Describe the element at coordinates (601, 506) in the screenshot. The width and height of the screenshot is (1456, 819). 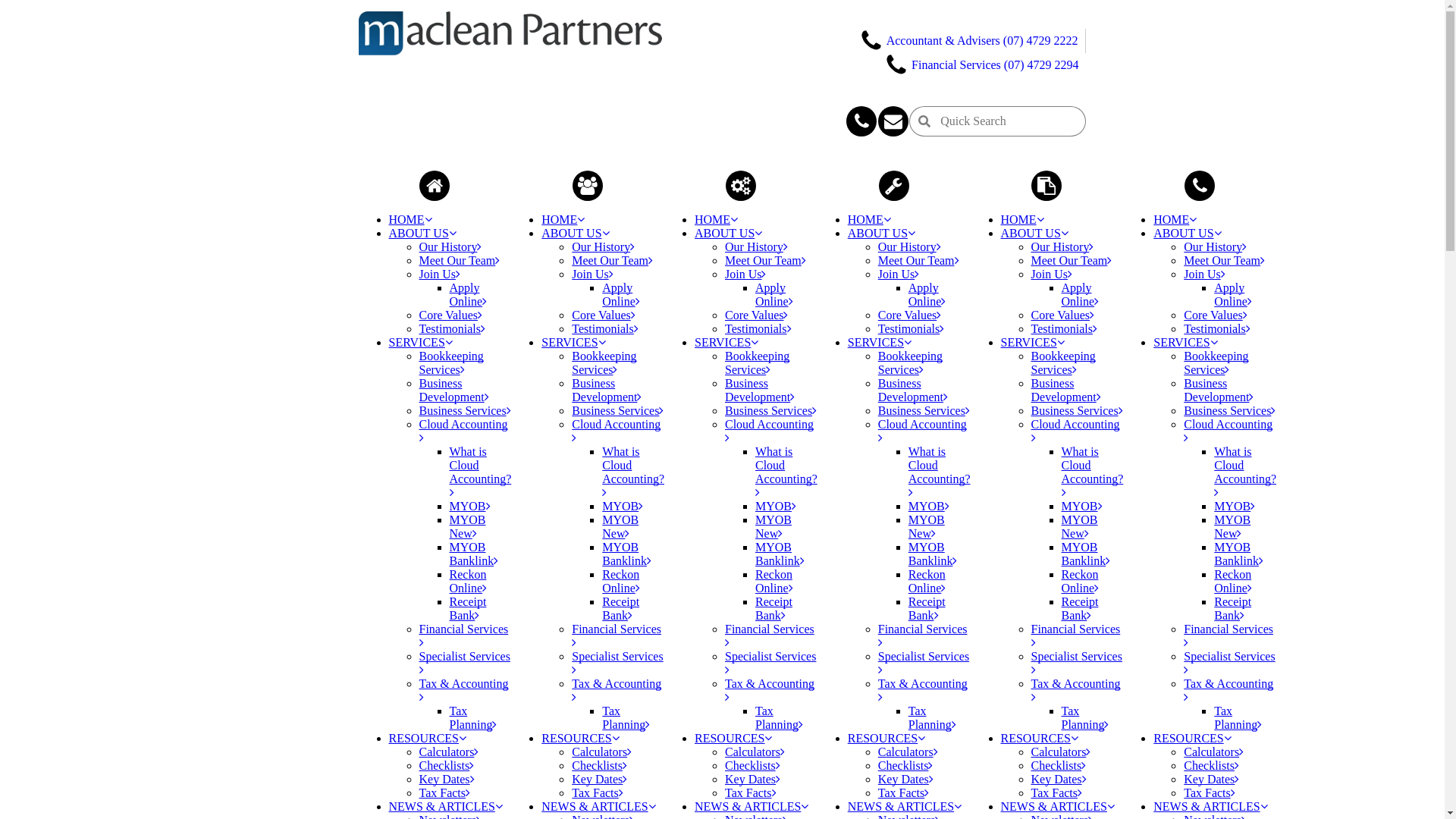
I see `'MYOB'` at that location.